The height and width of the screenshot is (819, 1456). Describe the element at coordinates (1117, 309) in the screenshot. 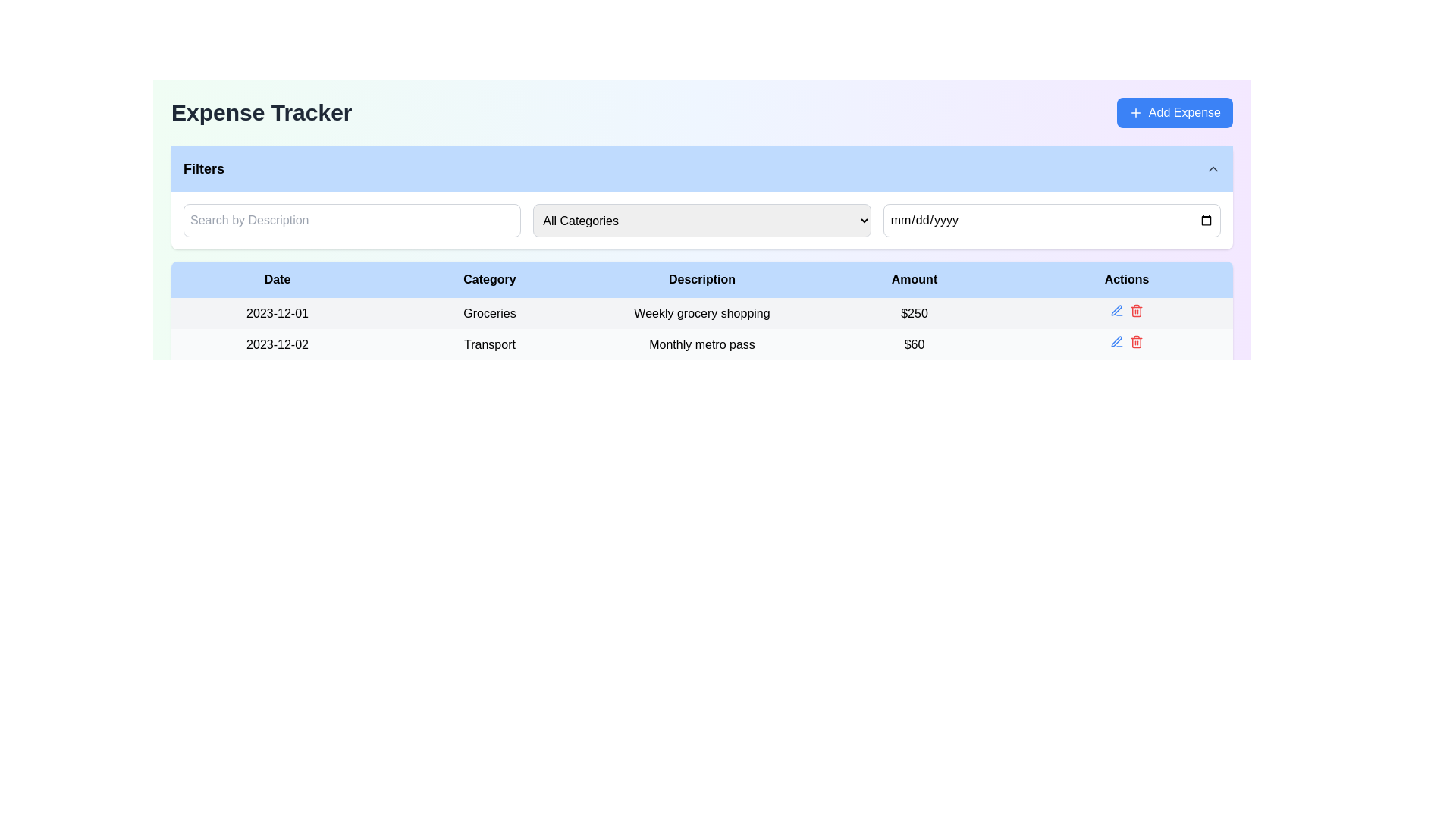

I see `the Icon button in the 'Actions' column of the second row in the expense details table` at that location.